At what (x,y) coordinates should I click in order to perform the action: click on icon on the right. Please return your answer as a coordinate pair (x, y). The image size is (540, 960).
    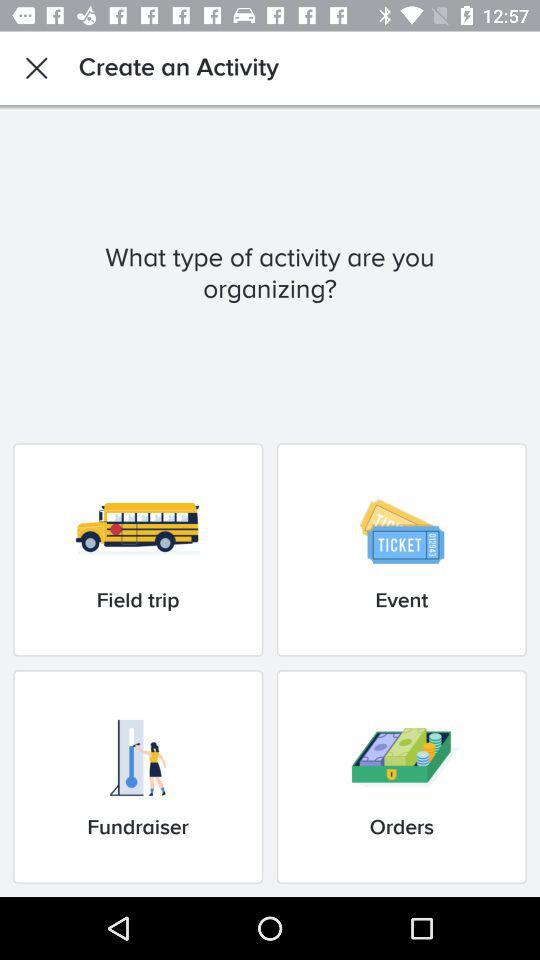
    Looking at the image, I should click on (401, 549).